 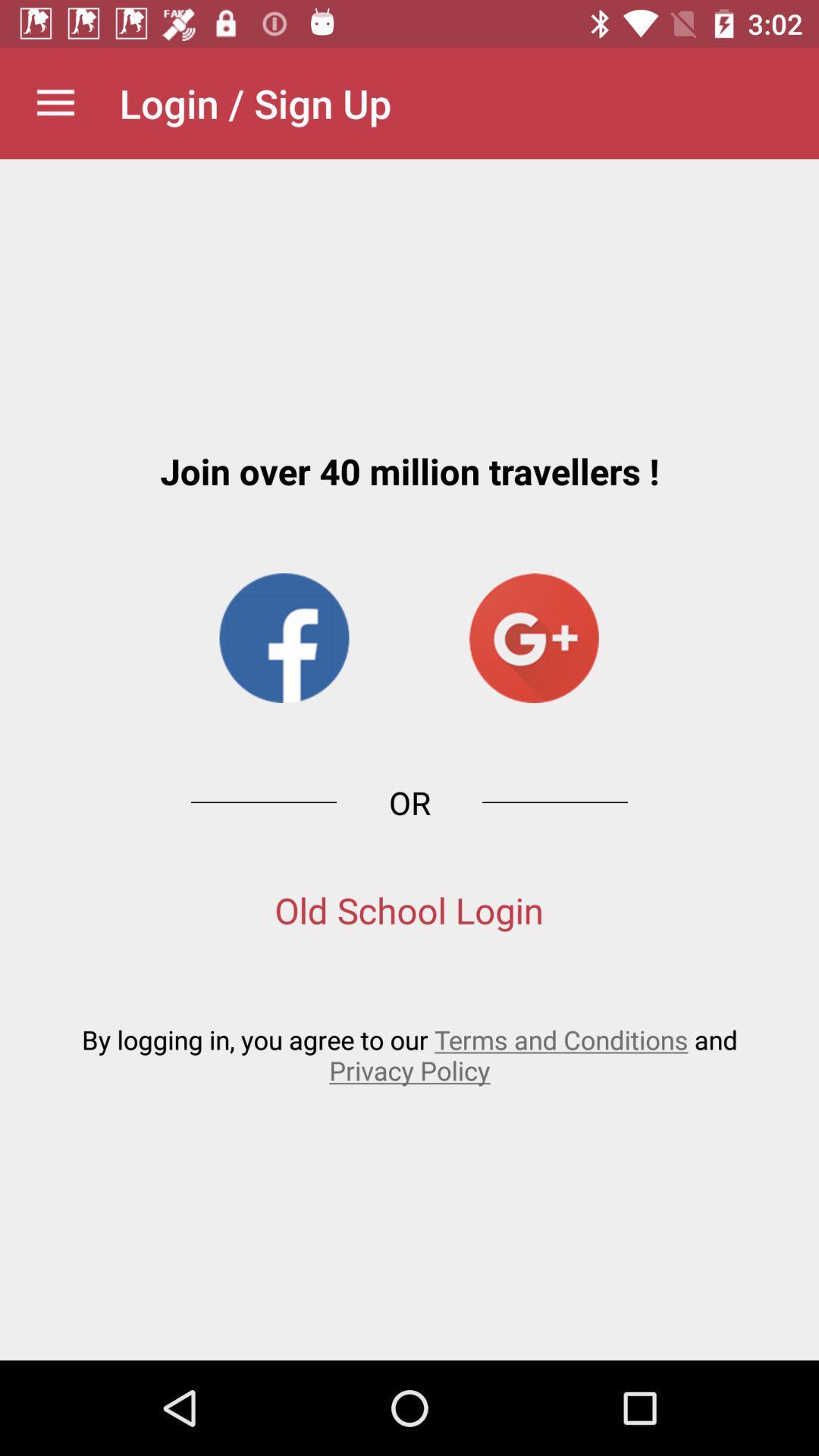 What do you see at coordinates (284, 638) in the screenshot?
I see `the item below the join over 40 item` at bounding box center [284, 638].